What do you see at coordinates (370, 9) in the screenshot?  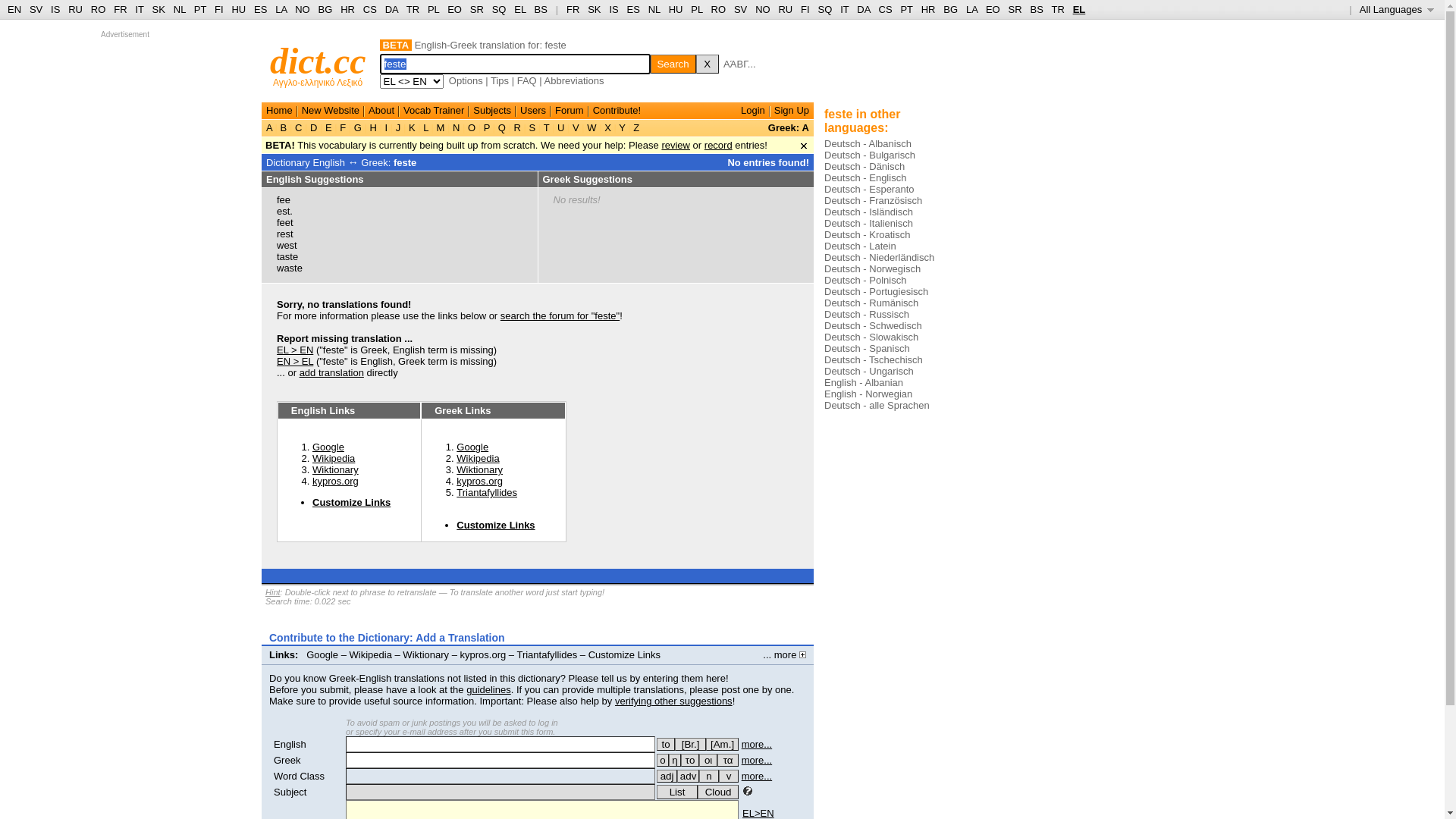 I see `'CS'` at bounding box center [370, 9].